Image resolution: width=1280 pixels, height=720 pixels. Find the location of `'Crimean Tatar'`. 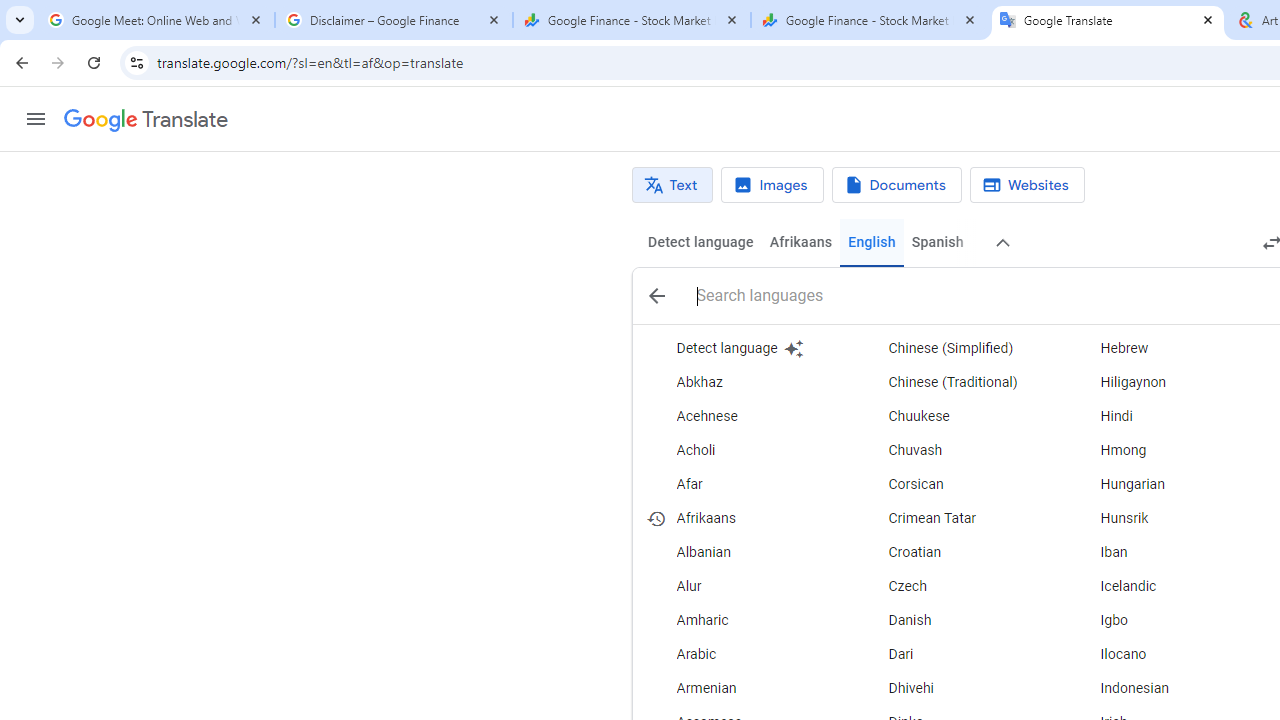

'Crimean Tatar' is located at coordinates (956, 518).